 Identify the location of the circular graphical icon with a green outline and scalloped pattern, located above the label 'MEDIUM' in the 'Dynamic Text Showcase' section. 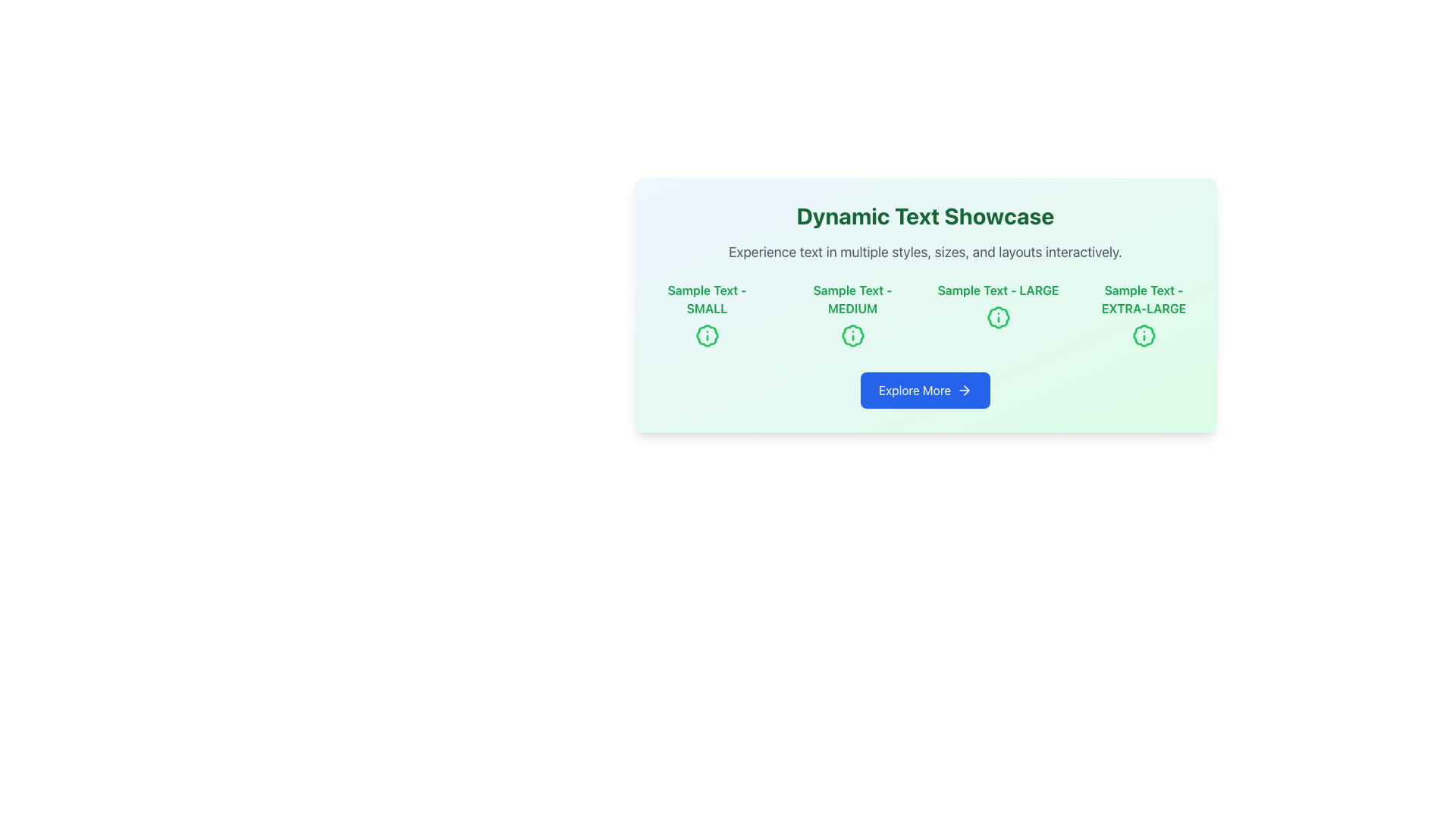
(852, 335).